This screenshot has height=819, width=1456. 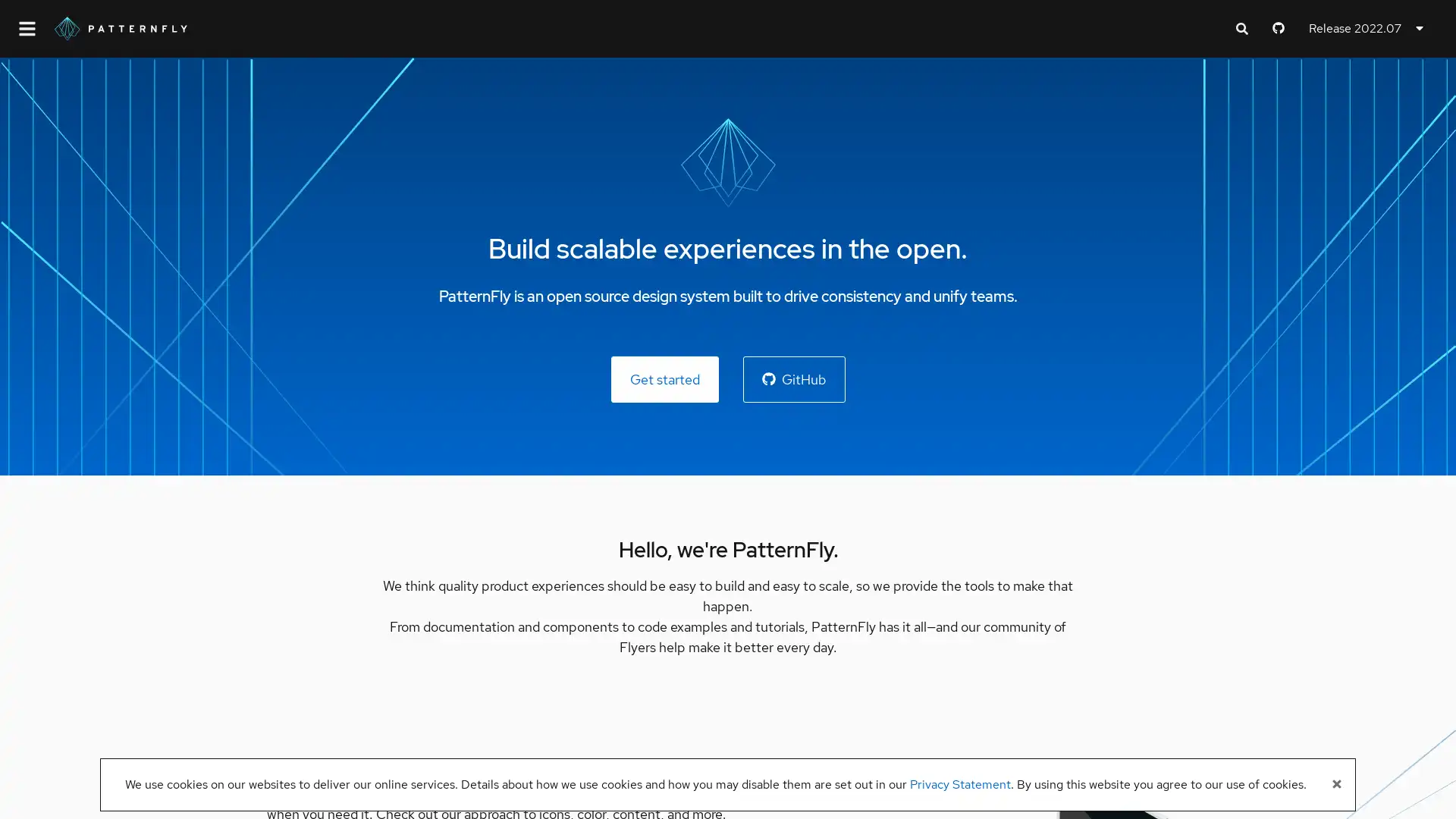 I want to click on Global navigation, so click(x=27, y=28).